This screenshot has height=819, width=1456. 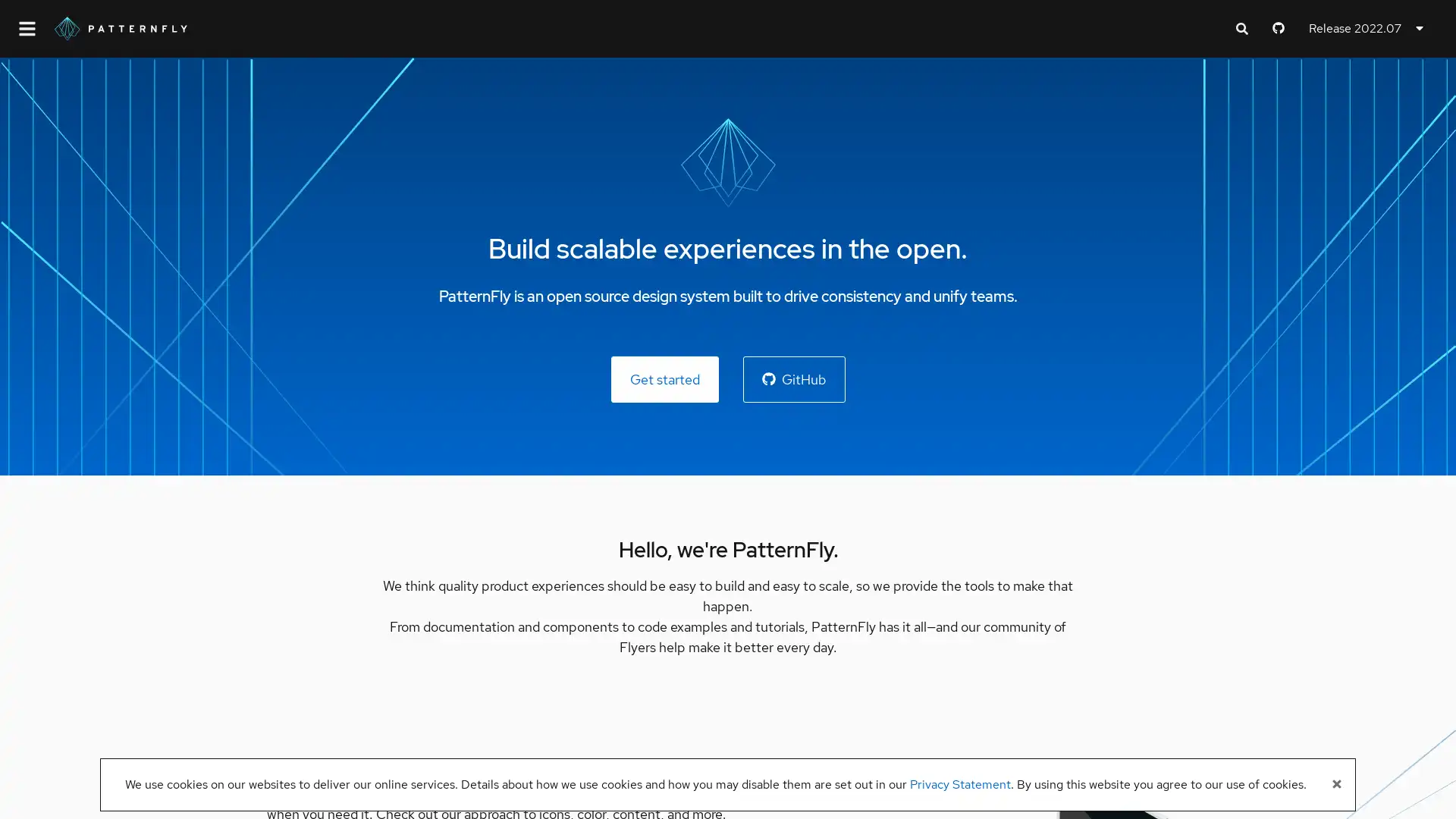 I want to click on Global navigation, so click(x=27, y=28).